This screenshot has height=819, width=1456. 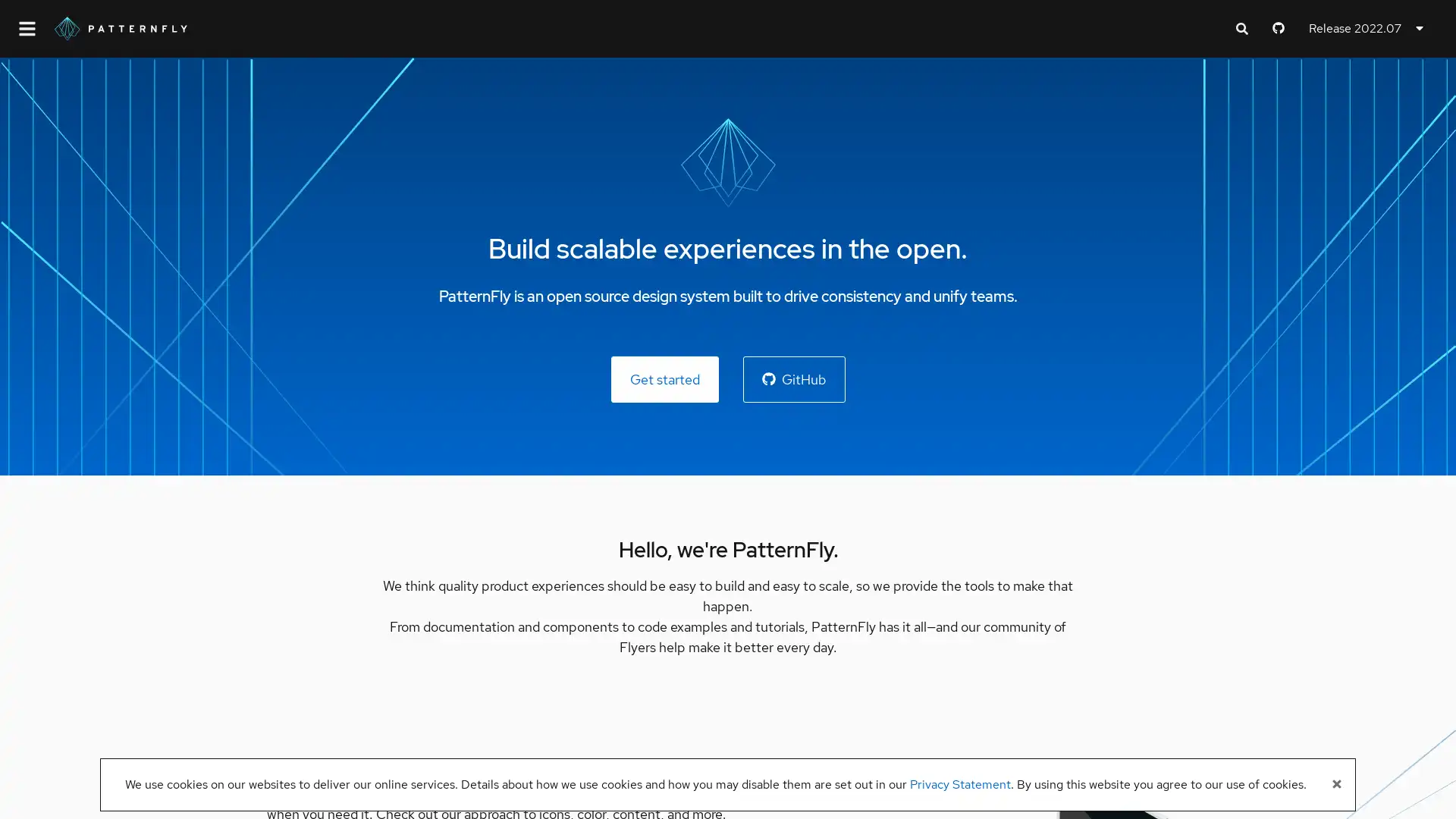 I want to click on Global navigation, so click(x=27, y=28).